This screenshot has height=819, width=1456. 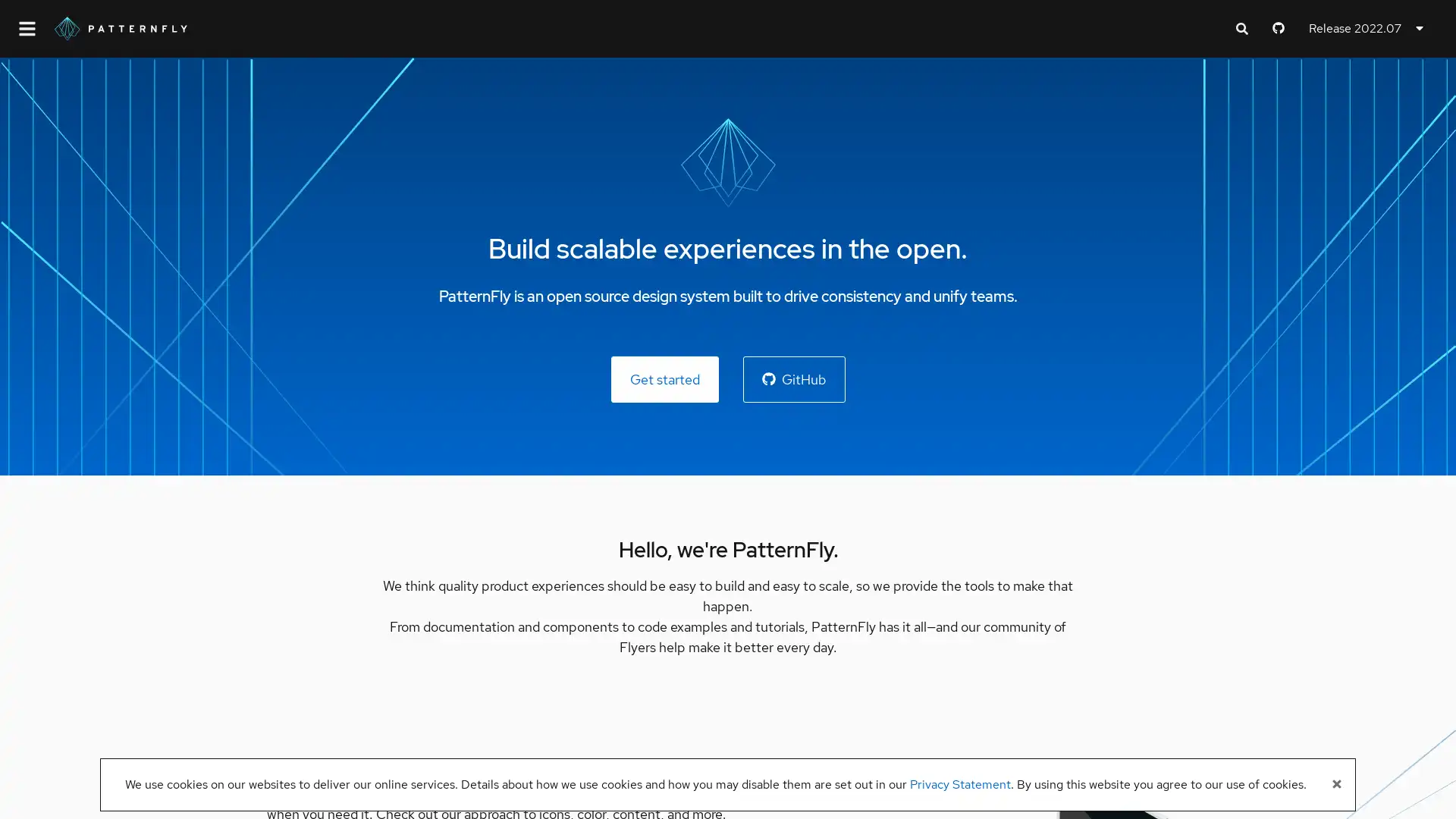 I want to click on Global navigation, so click(x=27, y=28).